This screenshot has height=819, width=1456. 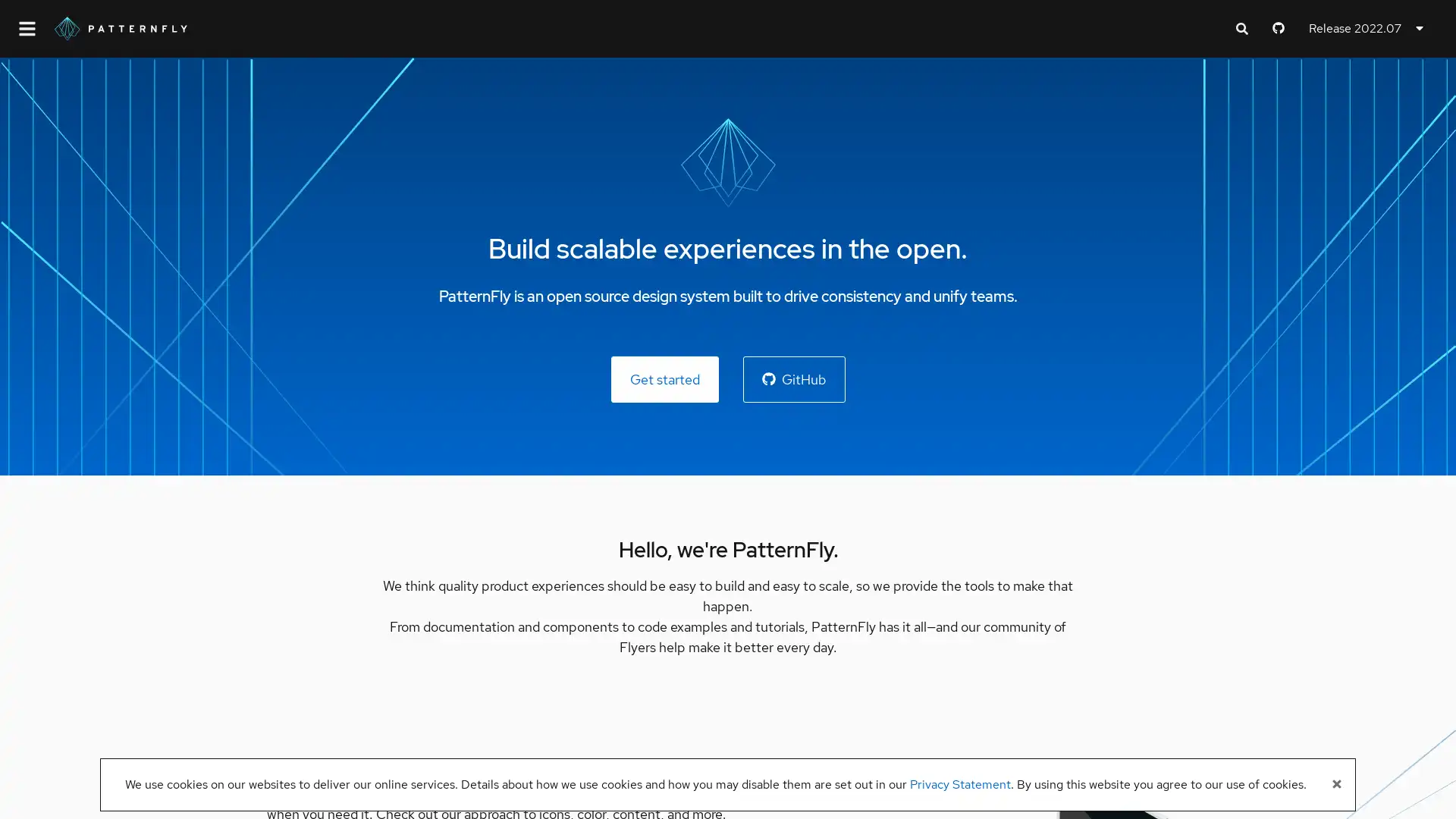 I want to click on Global navigation, so click(x=27, y=28).